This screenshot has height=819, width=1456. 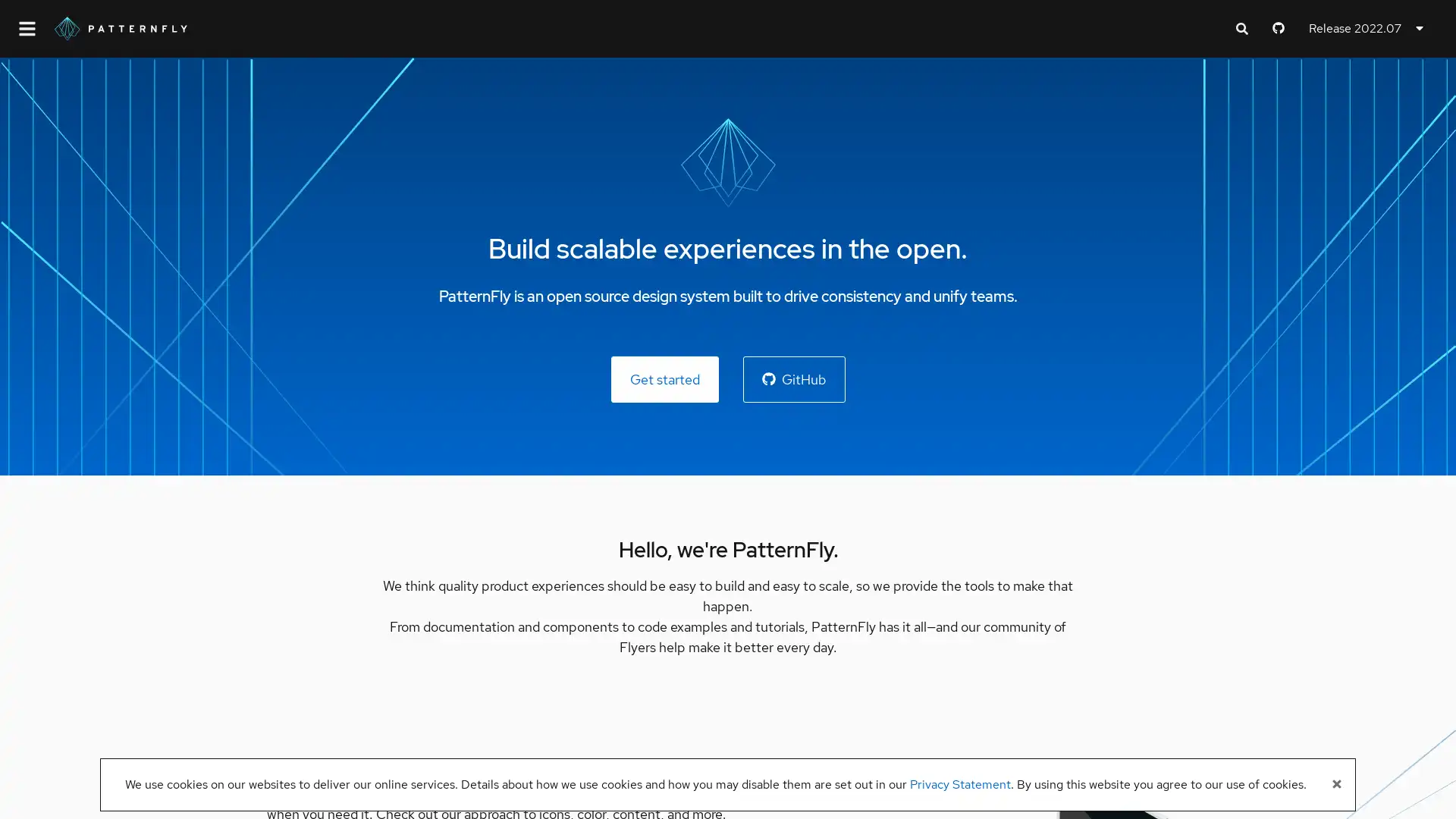 I want to click on Global navigation, so click(x=27, y=28).